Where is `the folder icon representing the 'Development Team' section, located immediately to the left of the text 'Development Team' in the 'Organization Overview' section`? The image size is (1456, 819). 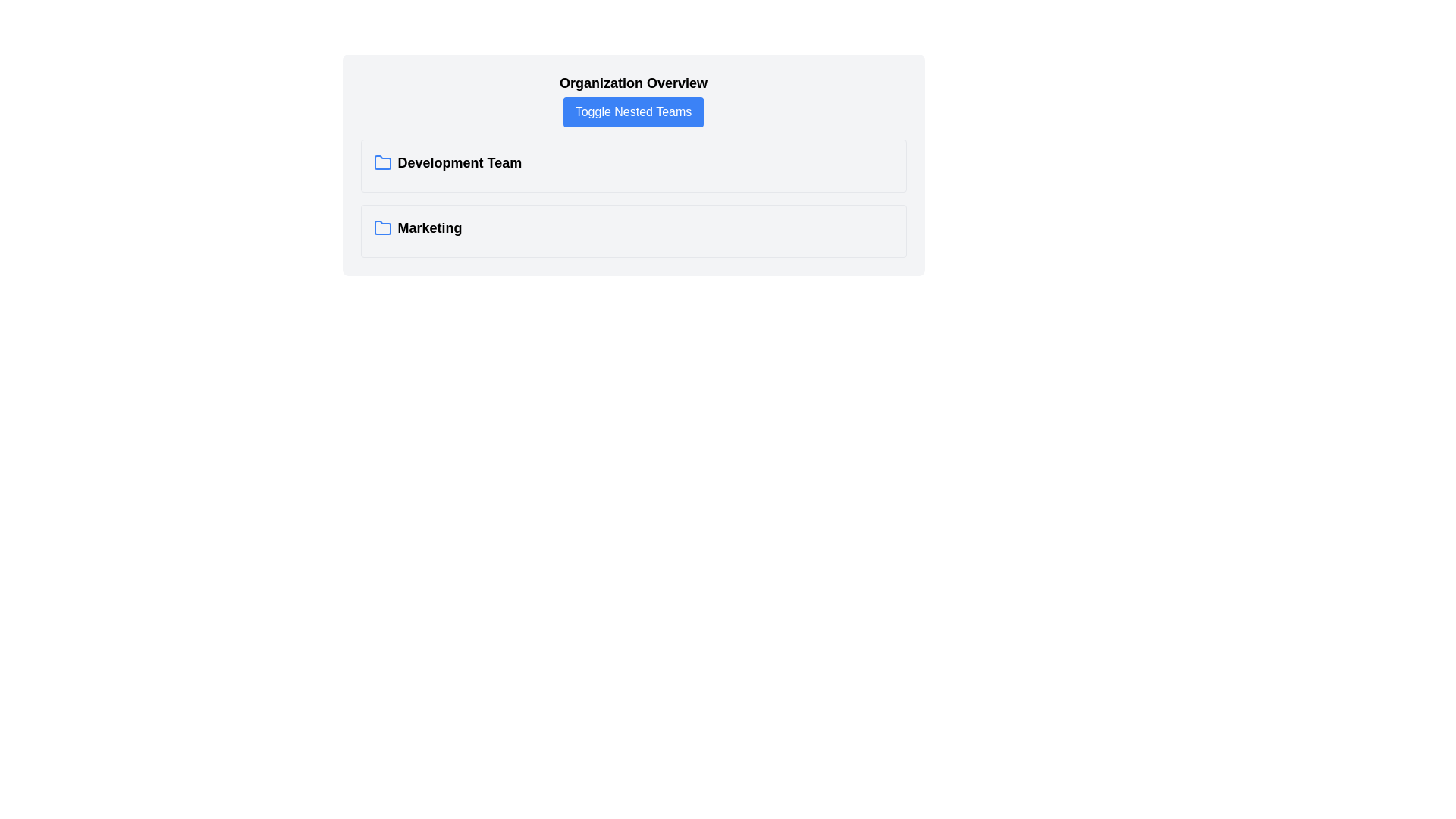 the folder icon representing the 'Development Team' section, located immediately to the left of the text 'Development Team' in the 'Organization Overview' section is located at coordinates (382, 162).